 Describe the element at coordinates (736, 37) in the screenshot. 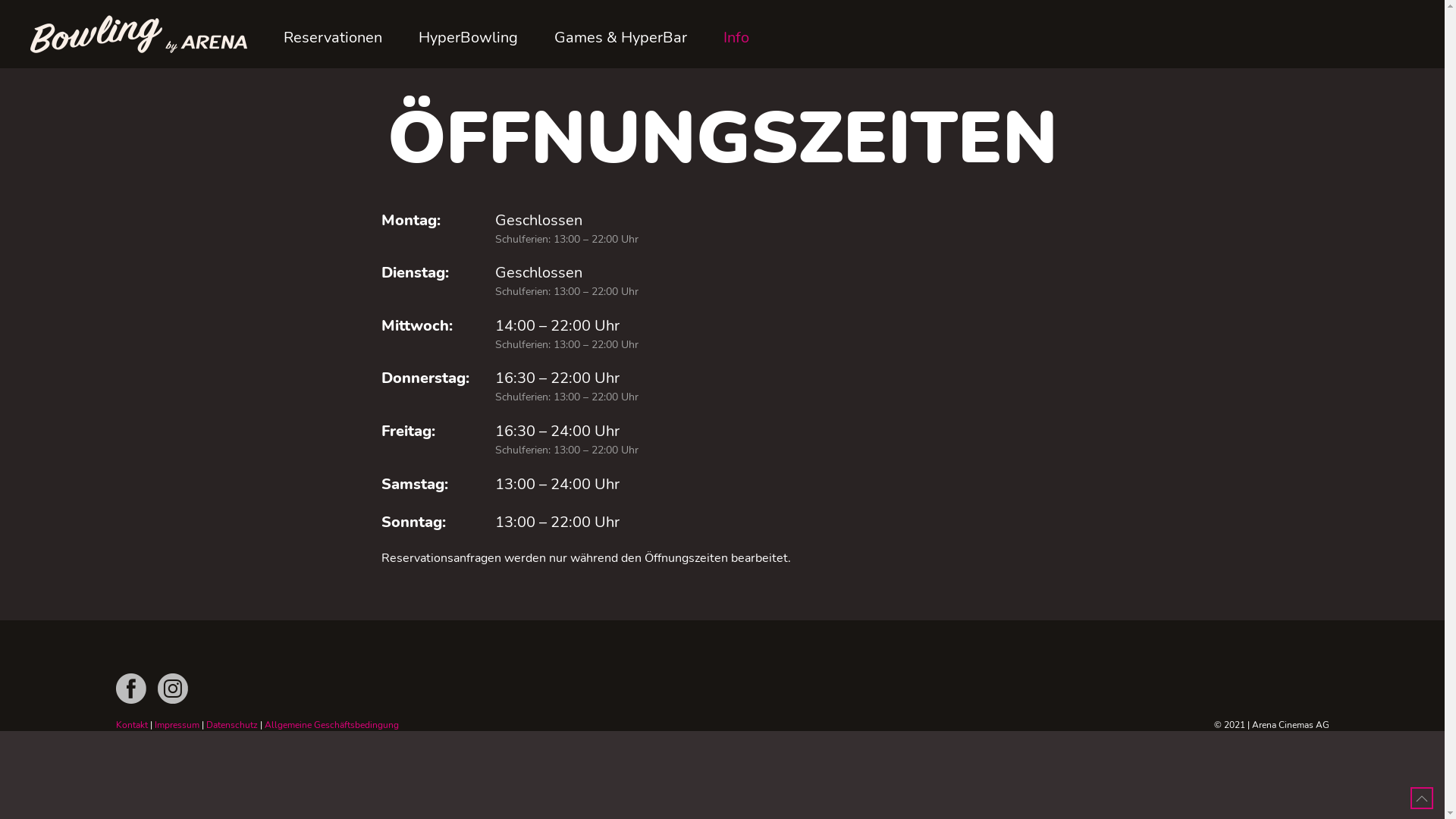

I see `'Info'` at that location.